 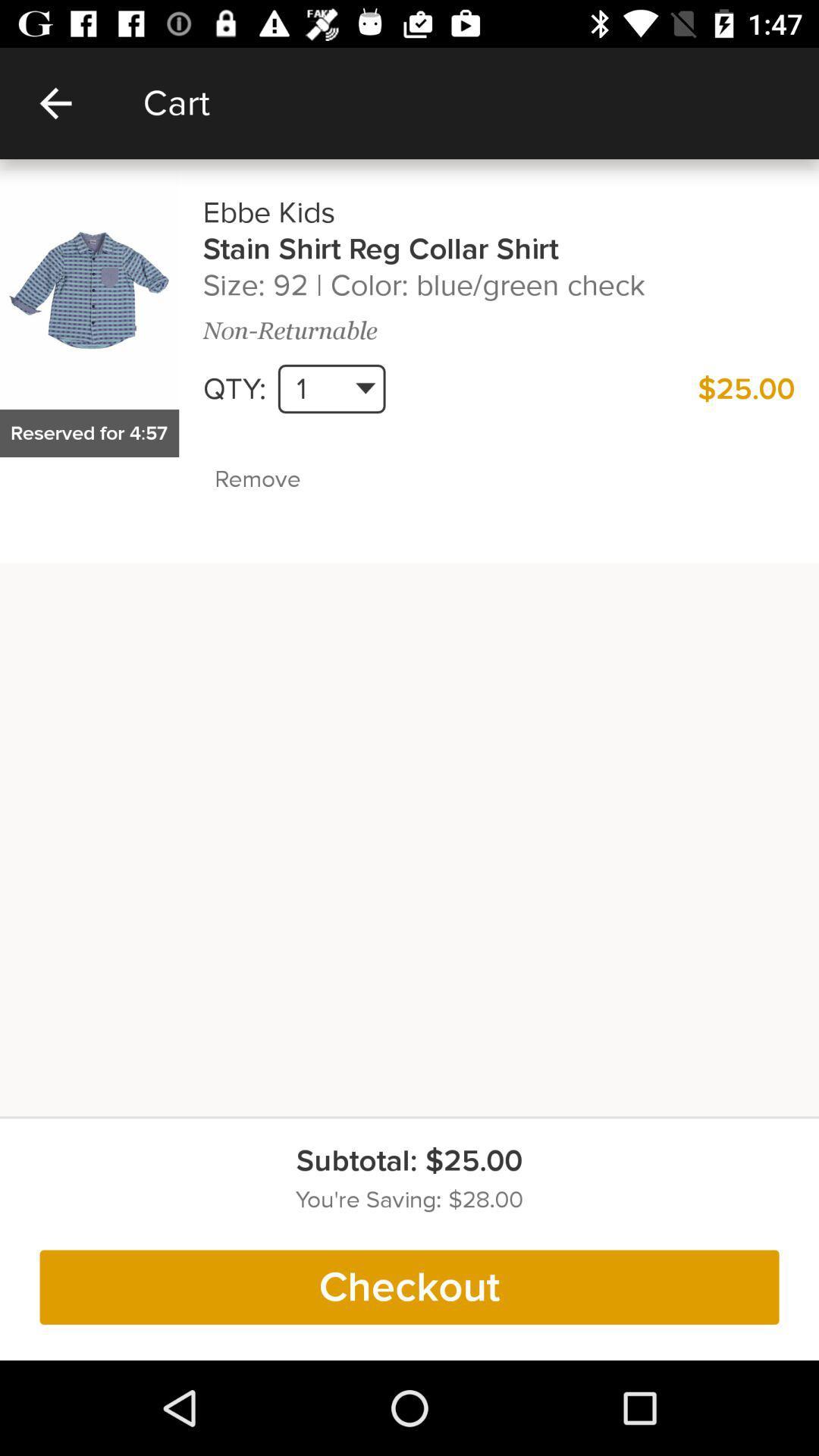 I want to click on the item next to the reserved for 4, so click(x=290, y=479).